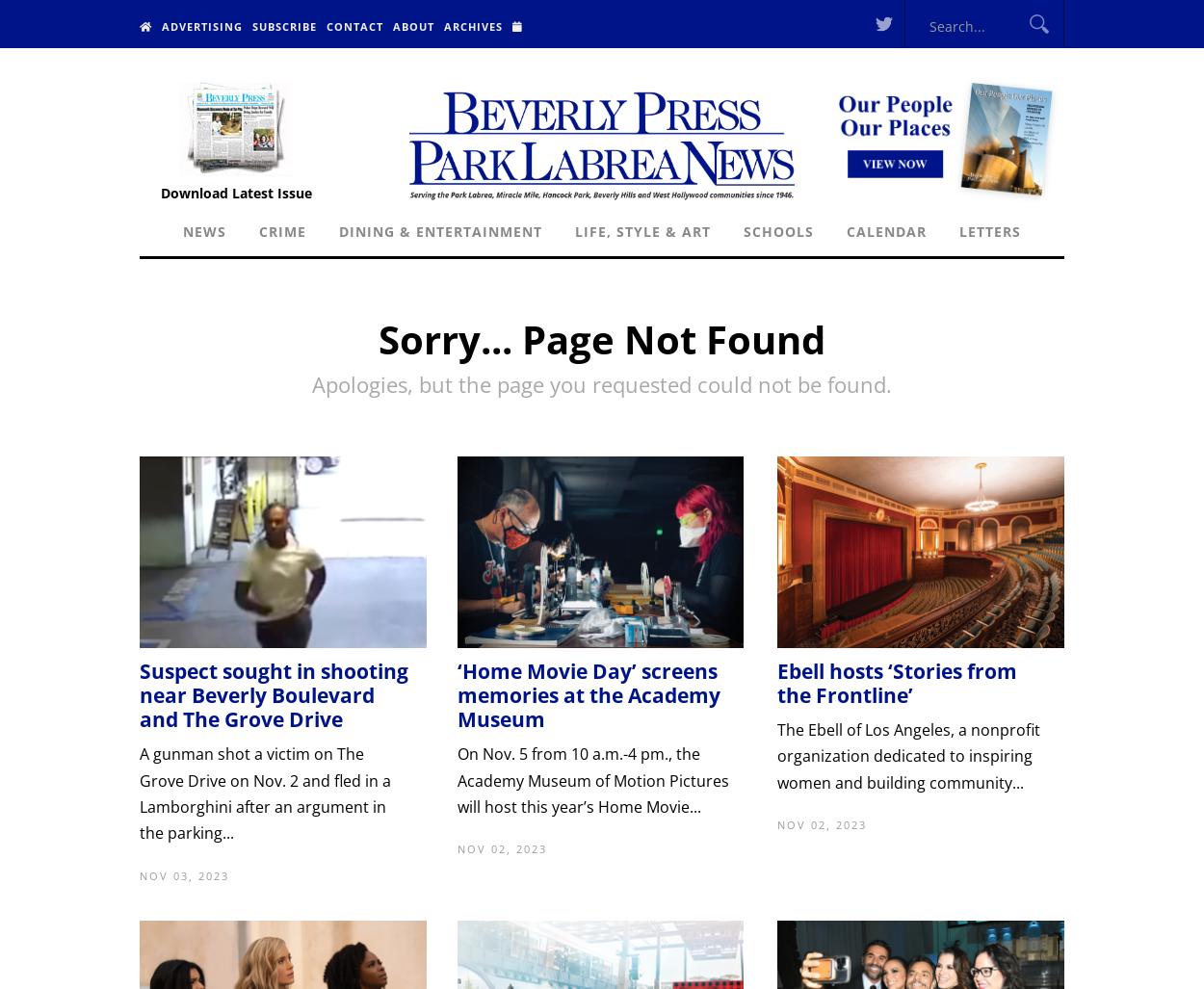 The height and width of the screenshot is (989, 1204). I want to click on 'Apologies, but the page you requested could not be found.', so click(602, 383).